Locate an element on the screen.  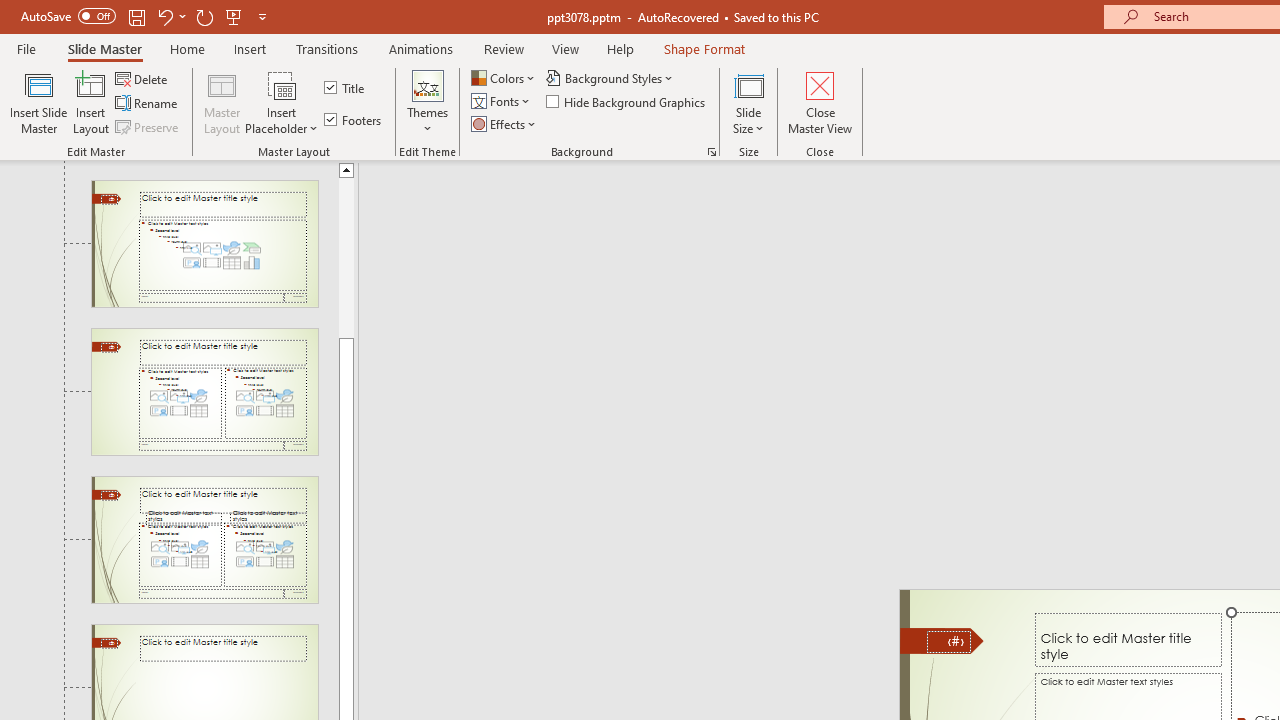
'Slide Number' is located at coordinates (948, 641).